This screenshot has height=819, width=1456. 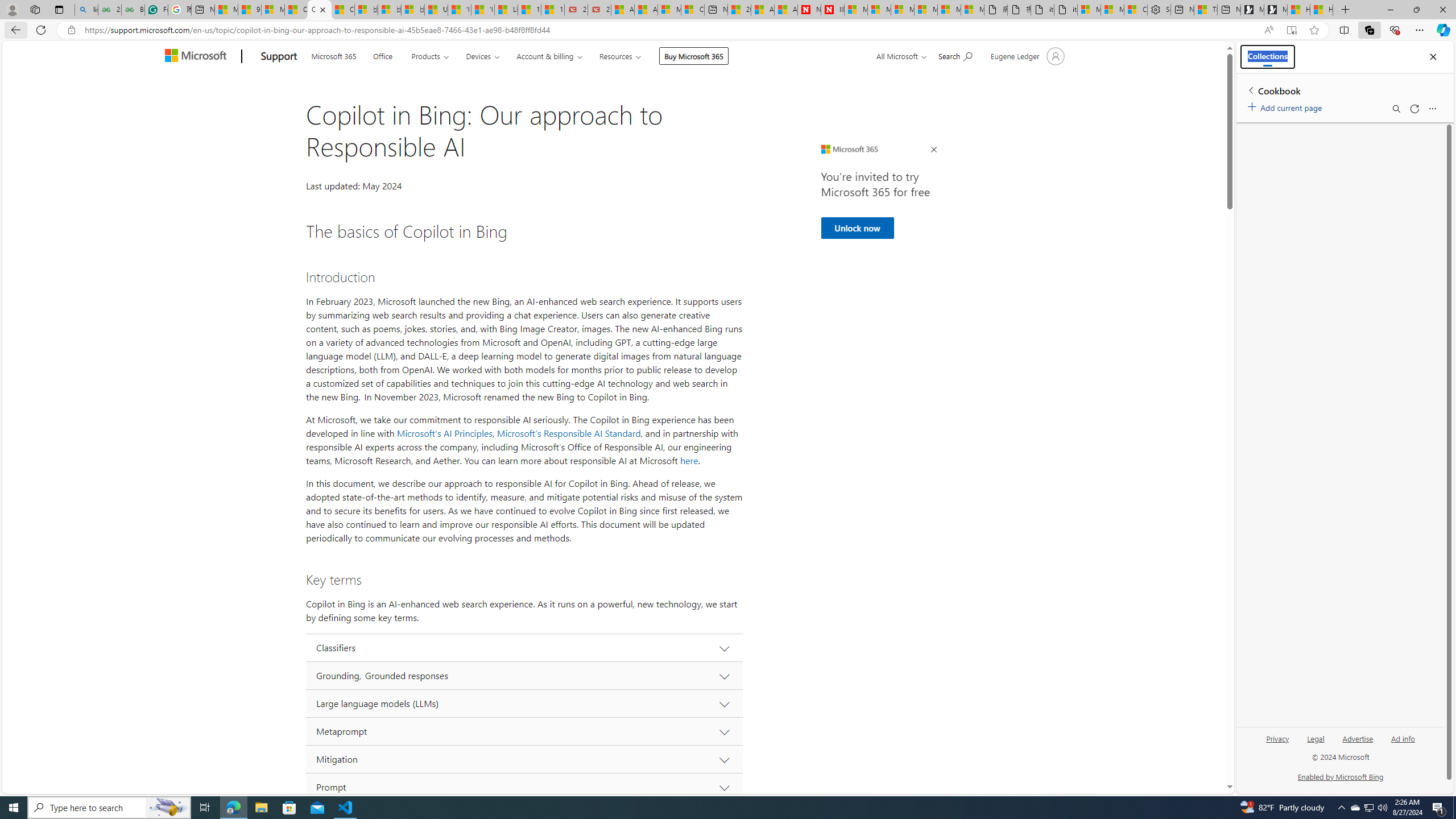 What do you see at coordinates (436, 9) in the screenshot?
I see `'USA TODAY - MSN'` at bounding box center [436, 9].